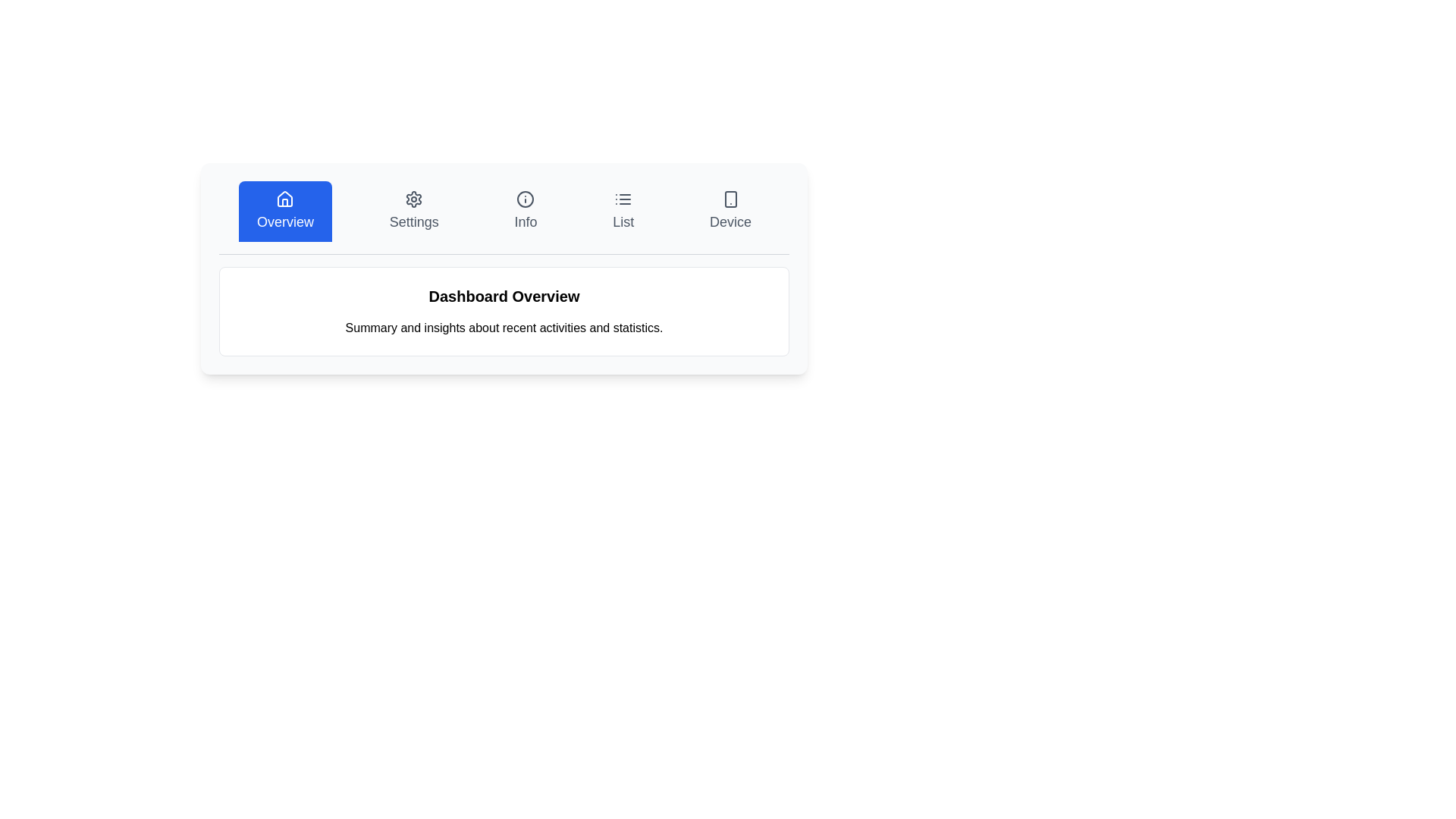 The image size is (1456, 819). I want to click on the 'Information' text label in the navigation bar, so click(526, 222).